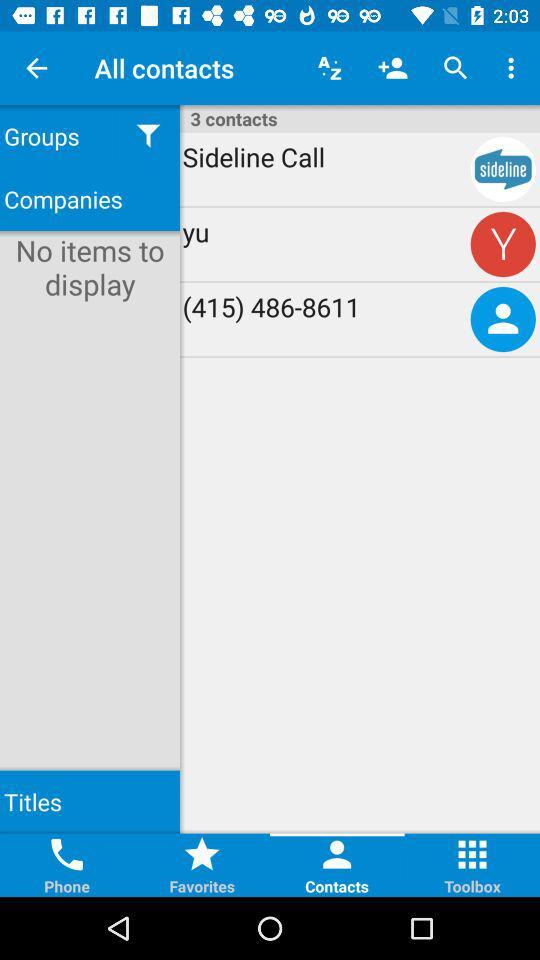 The image size is (540, 960). I want to click on icon below the all contacts item, so click(147, 135).